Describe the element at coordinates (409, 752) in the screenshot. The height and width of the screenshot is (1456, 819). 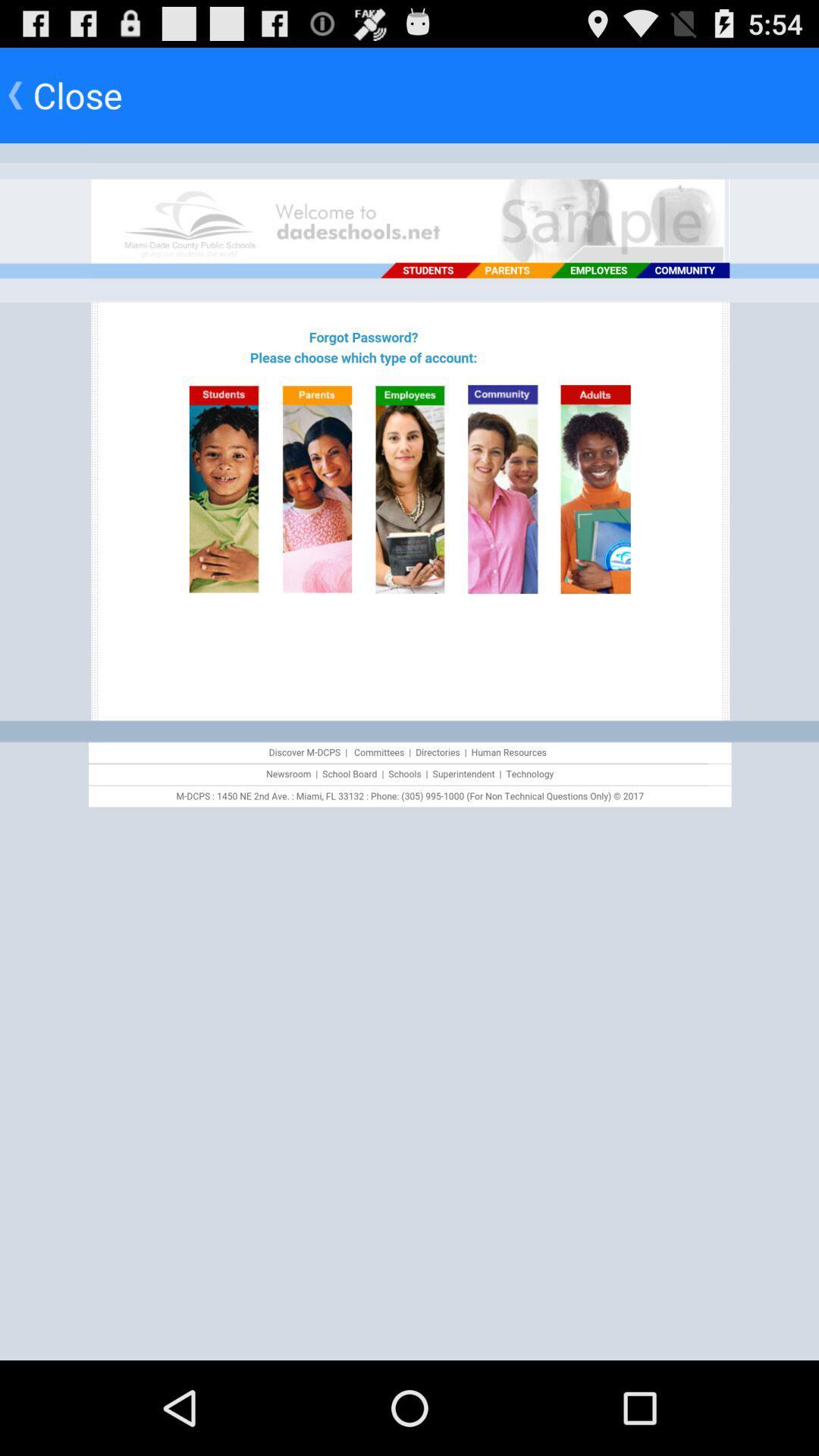
I see `web page` at that location.